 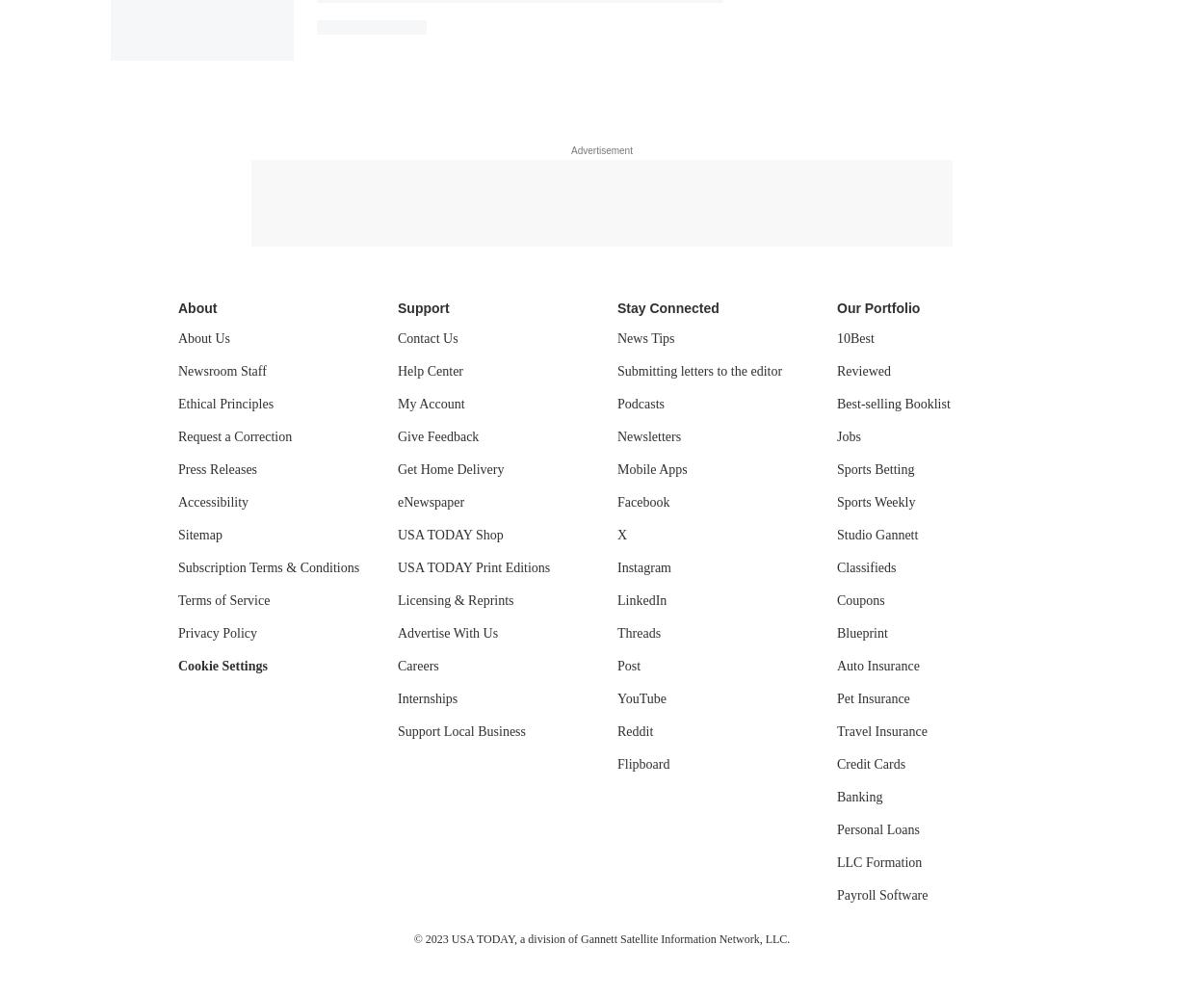 What do you see at coordinates (877, 664) in the screenshot?
I see `'Auto Insurance'` at bounding box center [877, 664].